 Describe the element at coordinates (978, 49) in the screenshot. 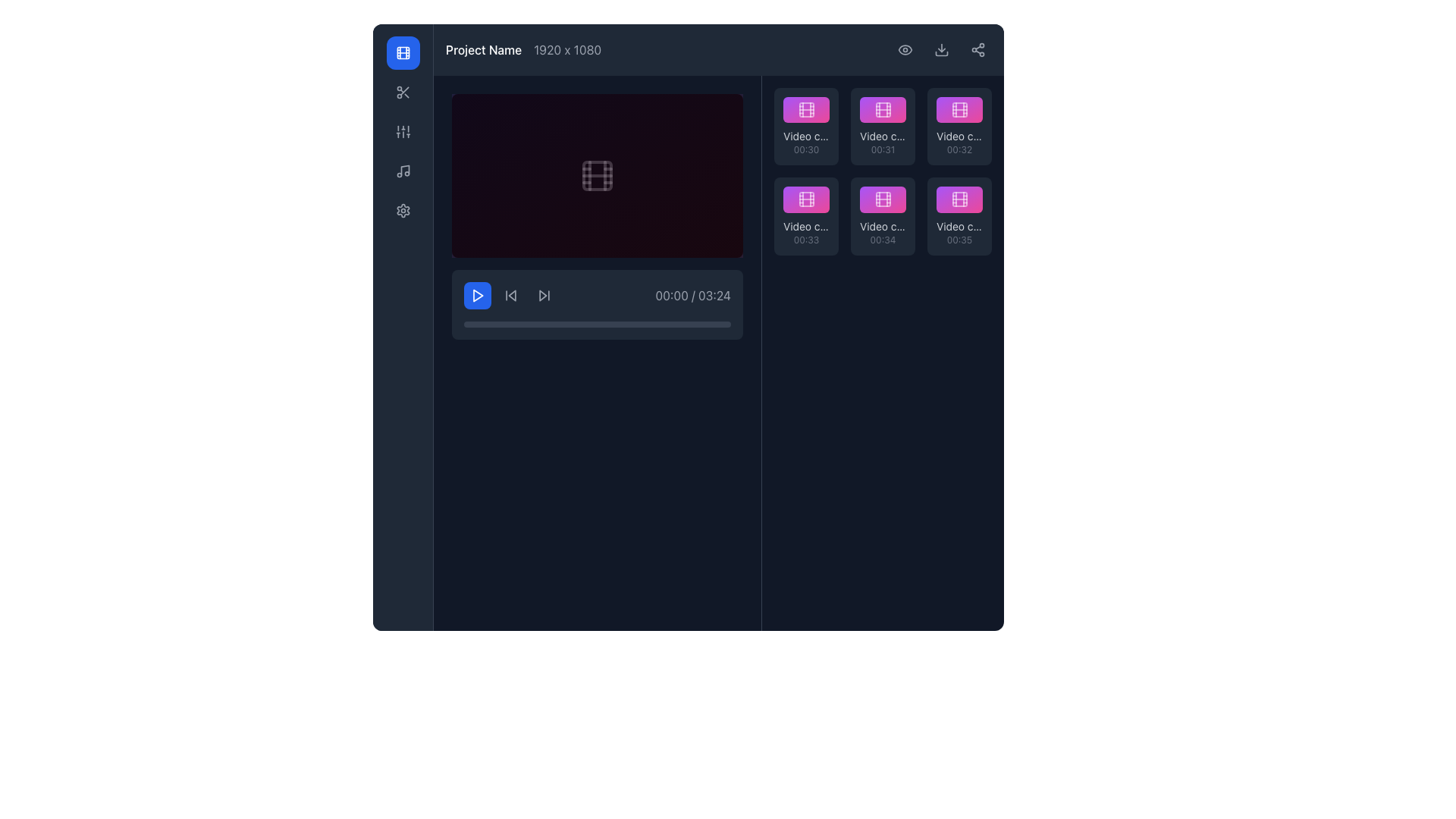

I see `the sharing button icon located at the top-right corner of the toolbar to initiate the sharing functionality` at that location.